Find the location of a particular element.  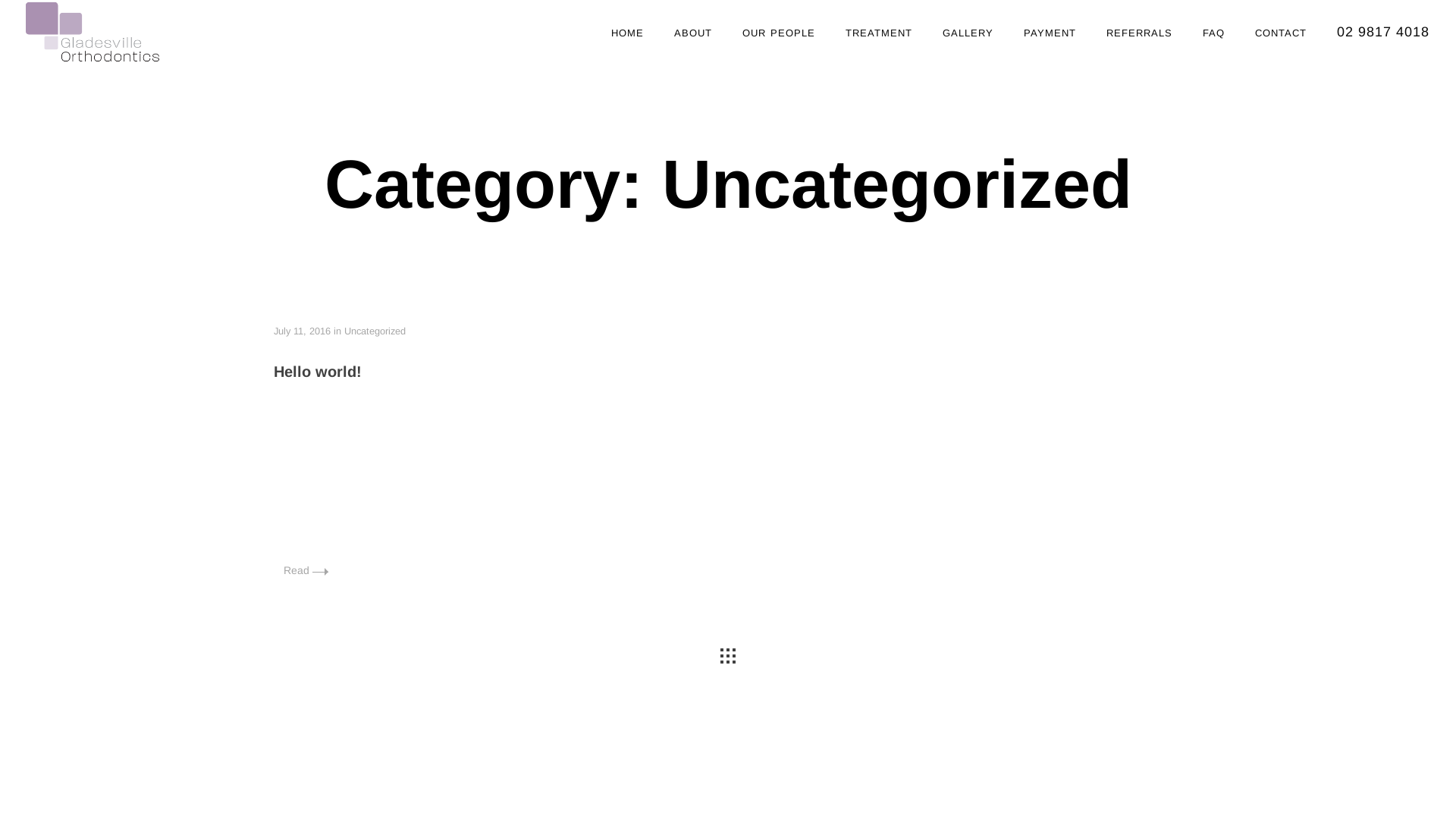

'payment' is located at coordinates (1049, 32).